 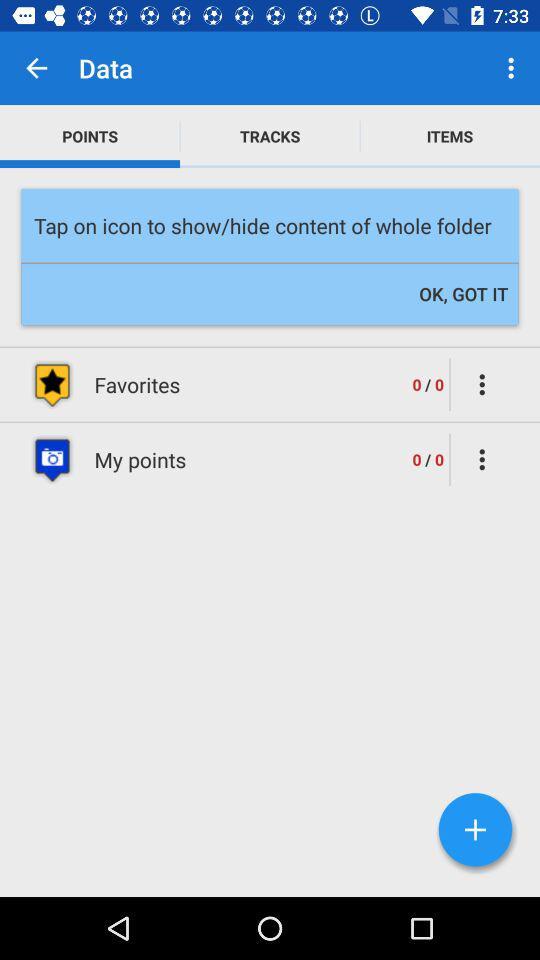 What do you see at coordinates (36, 68) in the screenshot?
I see `the icon next to the data` at bounding box center [36, 68].